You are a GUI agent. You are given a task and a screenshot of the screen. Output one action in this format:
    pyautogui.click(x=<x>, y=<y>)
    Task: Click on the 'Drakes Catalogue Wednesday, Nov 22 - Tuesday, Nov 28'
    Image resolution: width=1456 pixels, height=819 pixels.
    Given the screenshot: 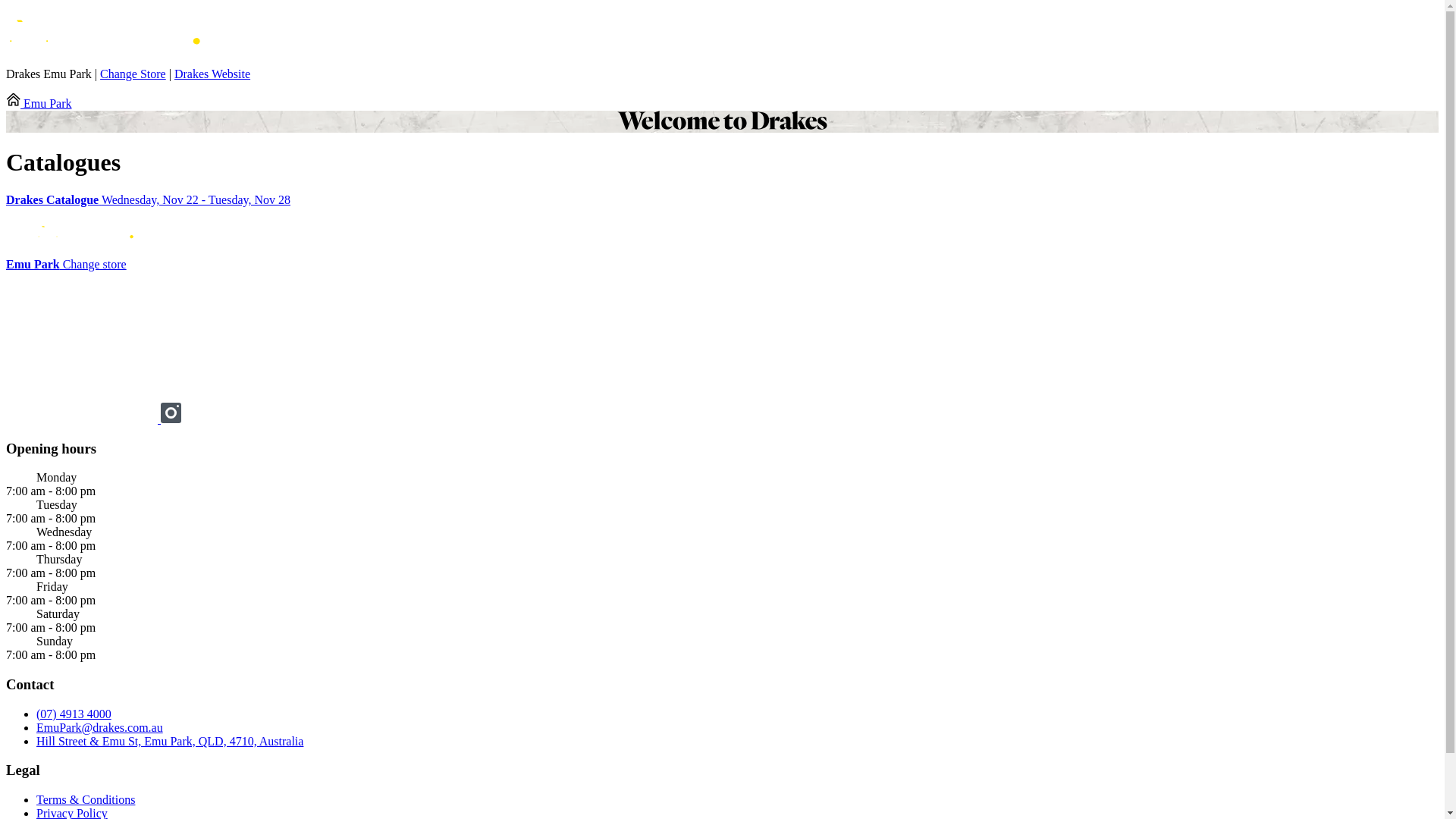 What is the action you would take?
    pyautogui.click(x=721, y=199)
    